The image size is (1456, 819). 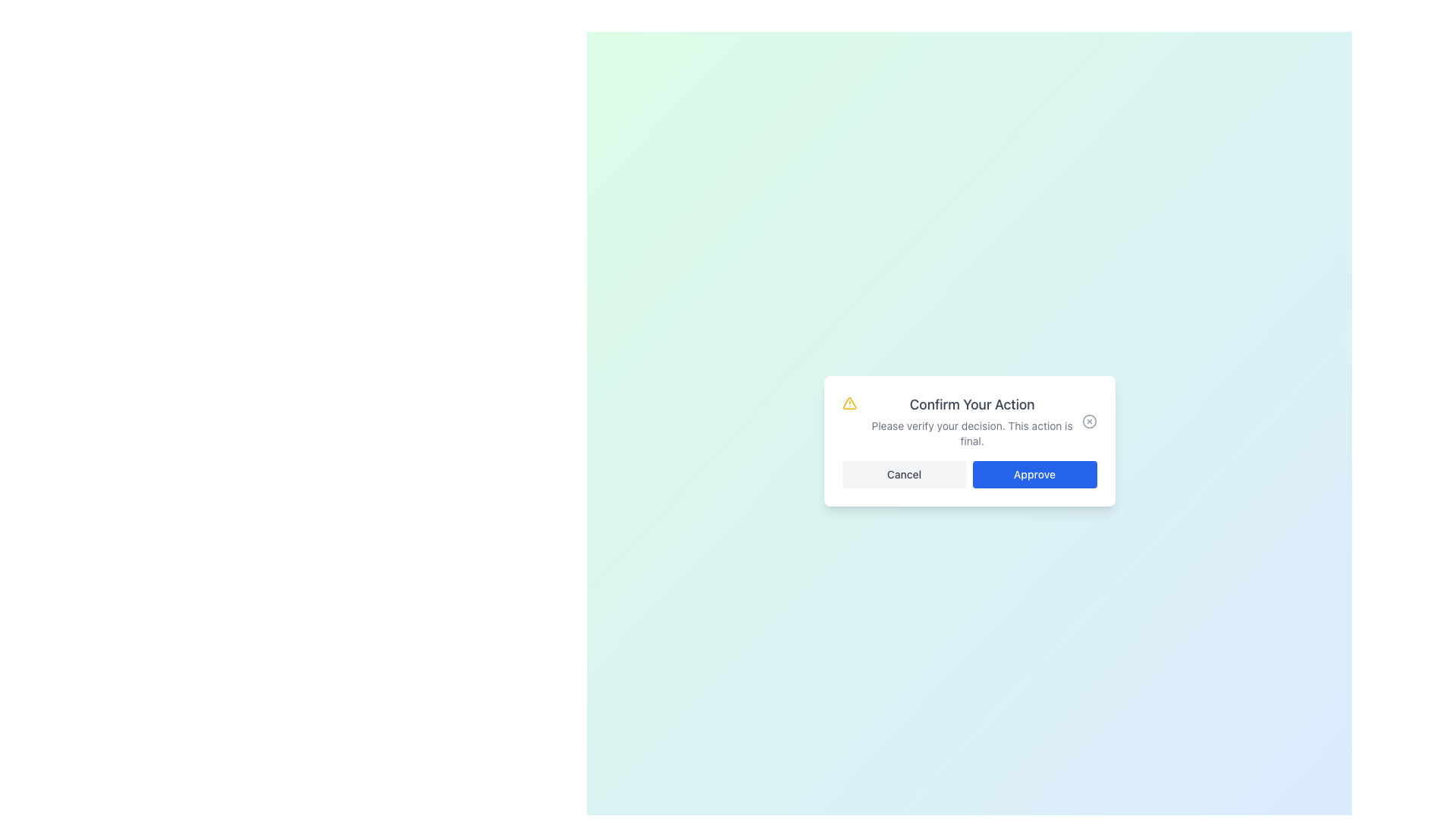 I want to click on the informational display section that provides a warning and descriptive message in the dialog box, which is positioned centrally above the action buttons 'Cancel' and 'Approve', so click(x=968, y=421).